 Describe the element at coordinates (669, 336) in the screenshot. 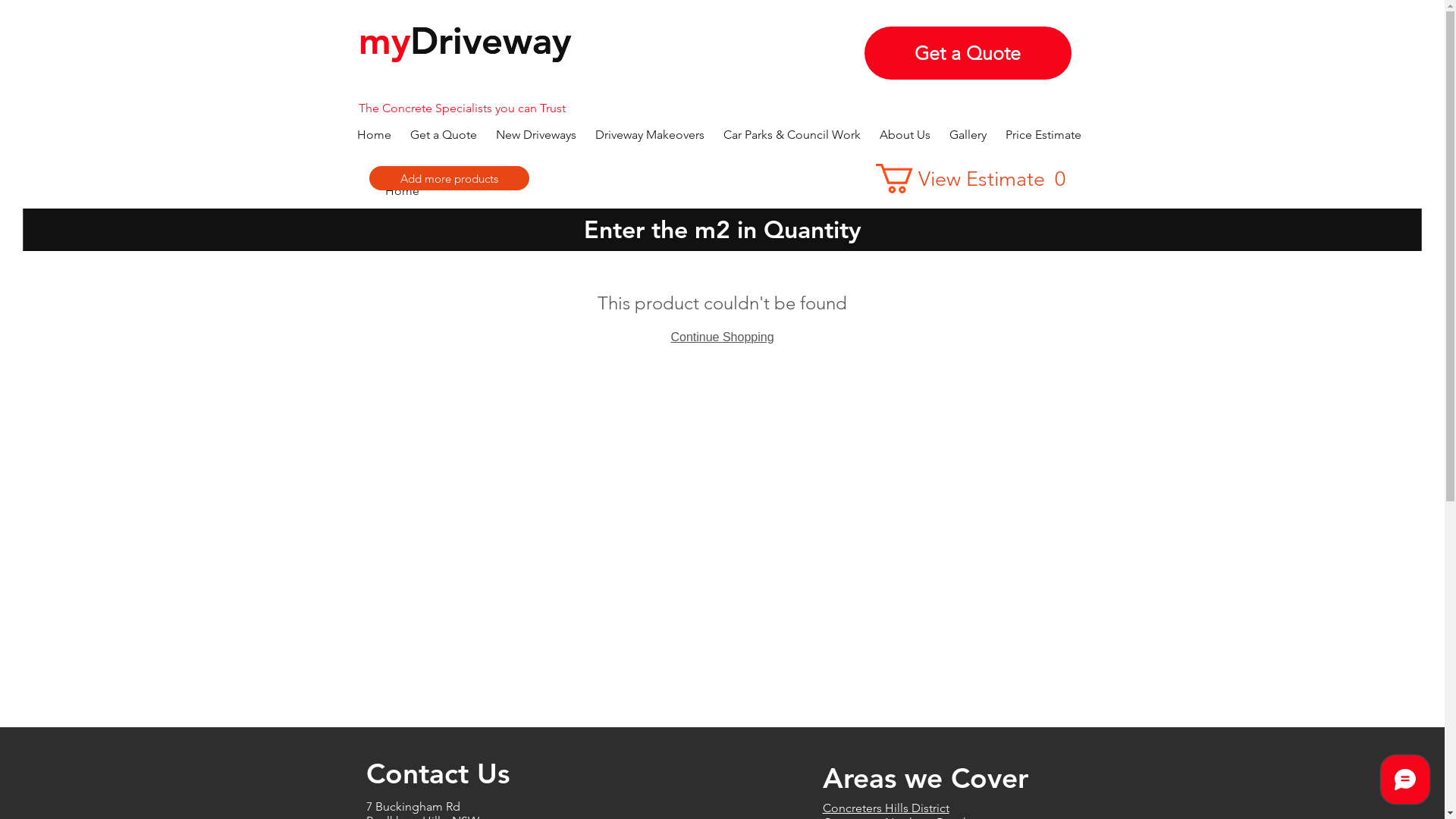

I see `'Continue Shopping'` at that location.